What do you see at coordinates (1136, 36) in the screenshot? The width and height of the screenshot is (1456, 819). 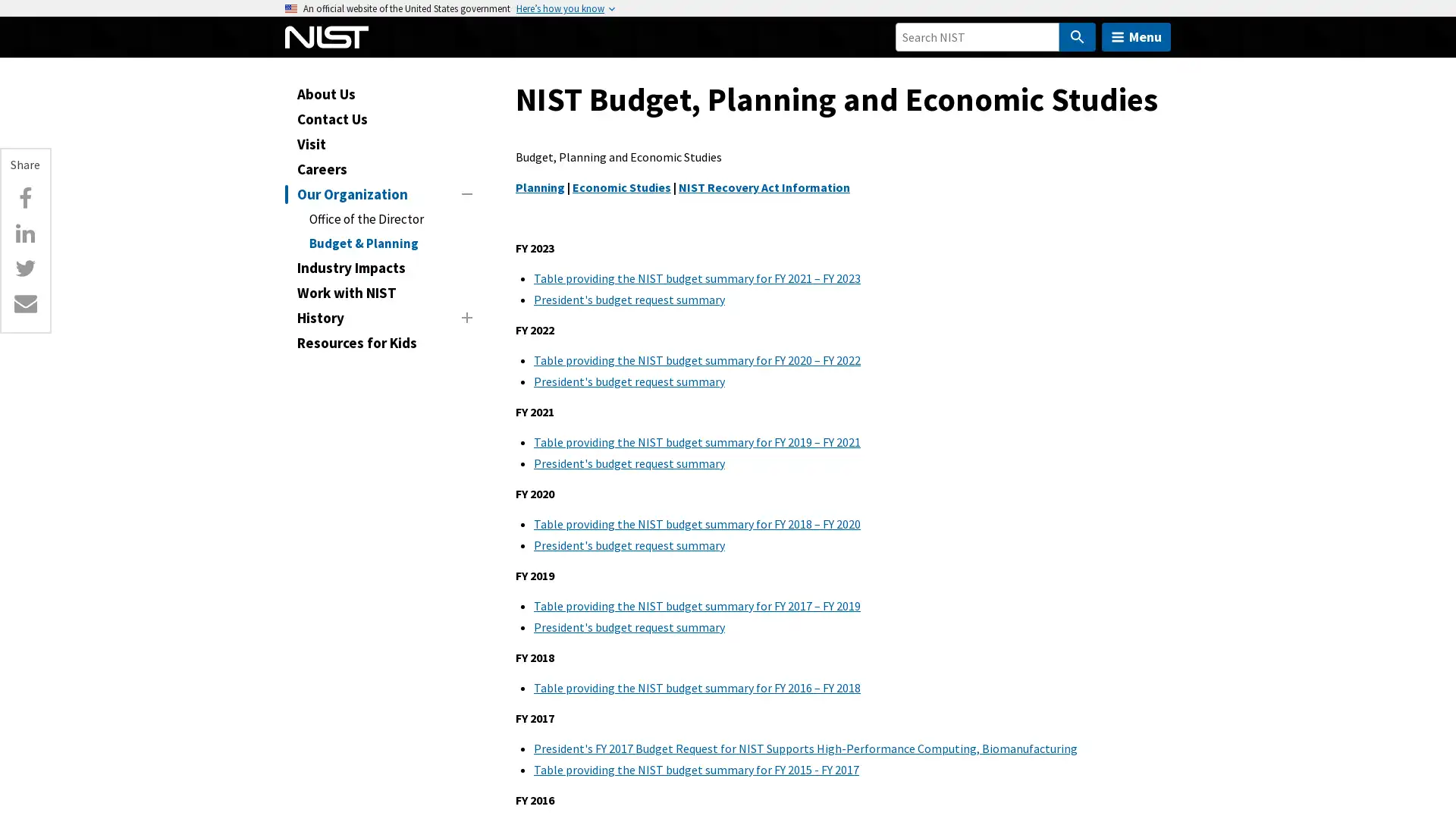 I see `Menu` at bounding box center [1136, 36].